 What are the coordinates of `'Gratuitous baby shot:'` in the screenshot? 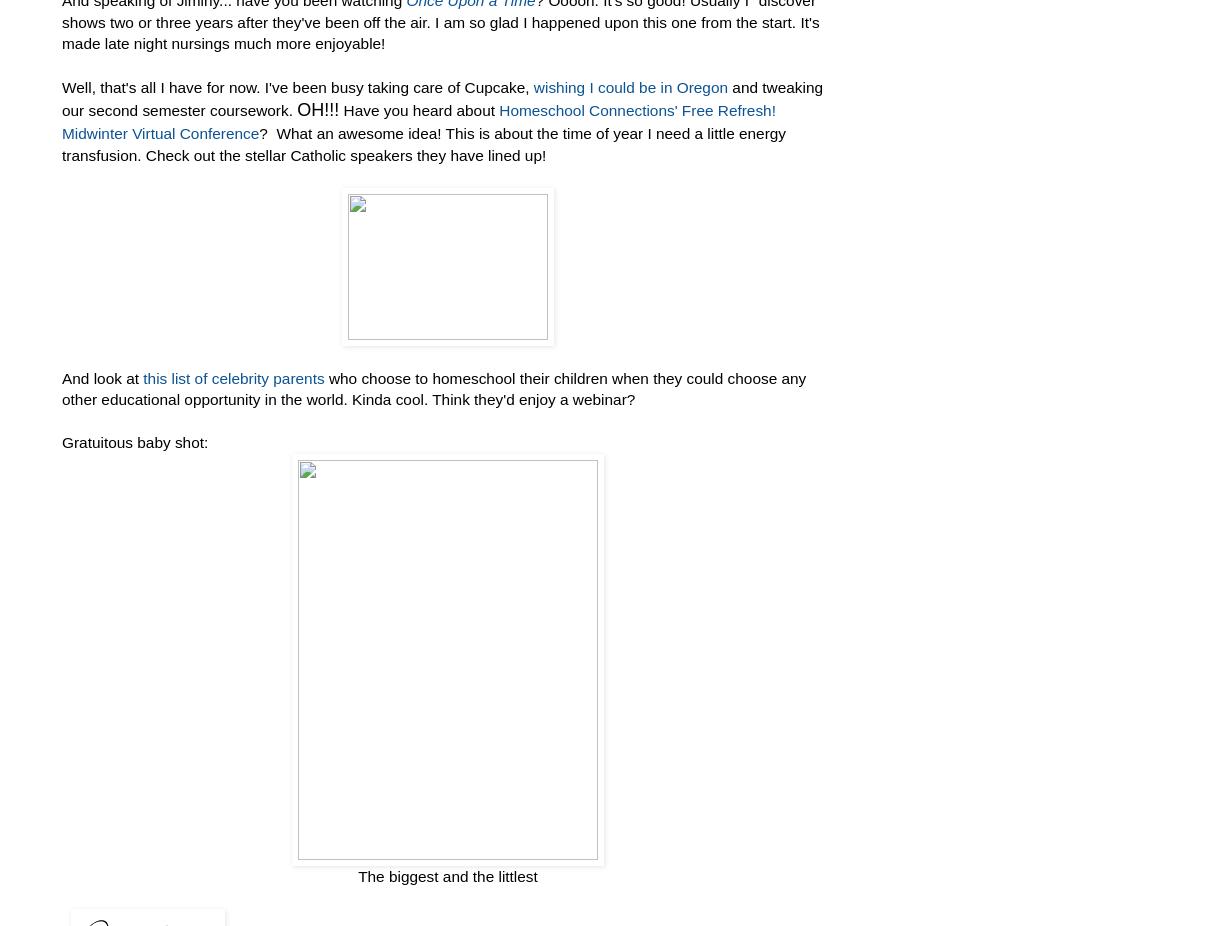 It's located at (134, 442).